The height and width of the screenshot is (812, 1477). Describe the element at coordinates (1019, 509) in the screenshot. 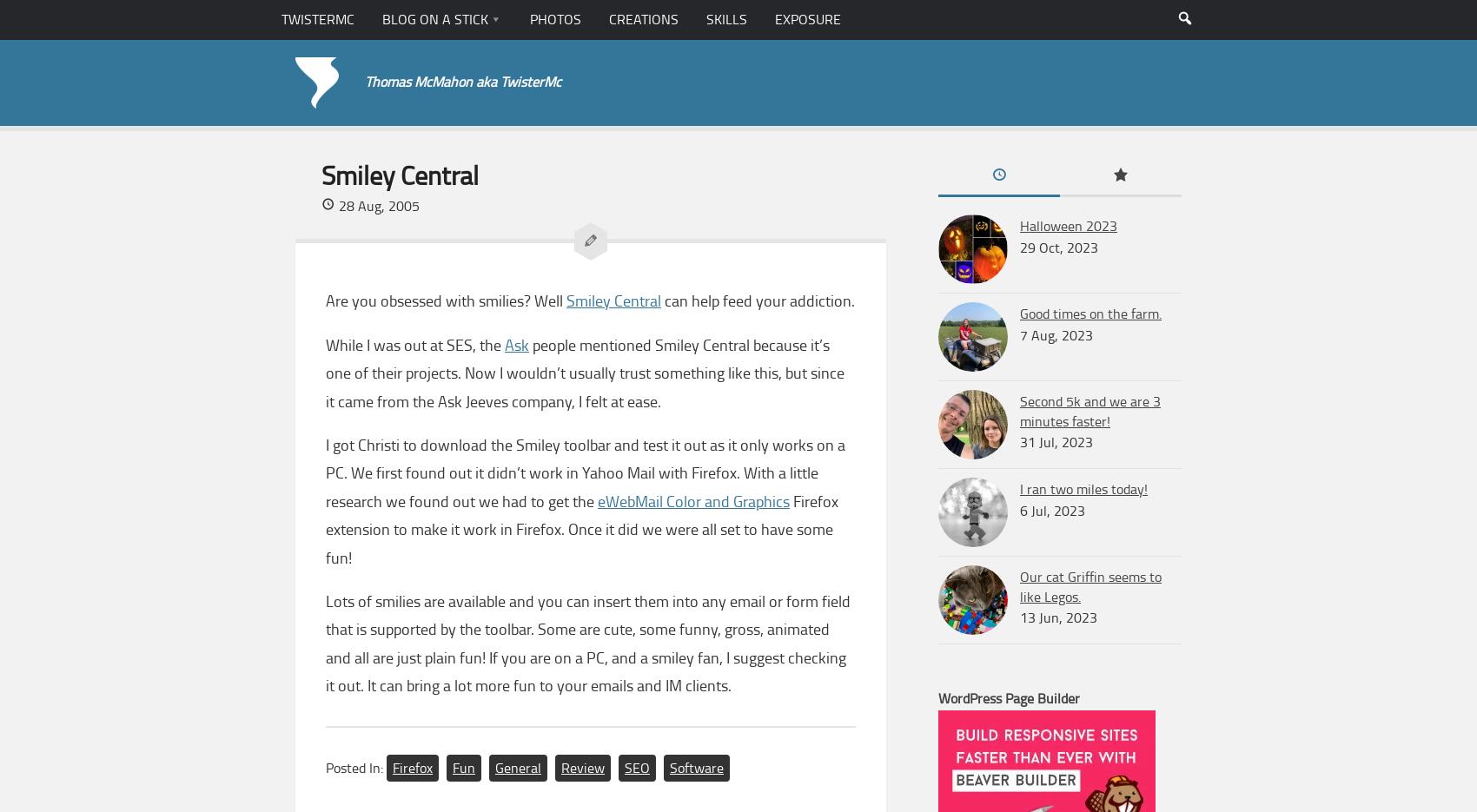

I see `'6 Jul, 2023'` at that location.